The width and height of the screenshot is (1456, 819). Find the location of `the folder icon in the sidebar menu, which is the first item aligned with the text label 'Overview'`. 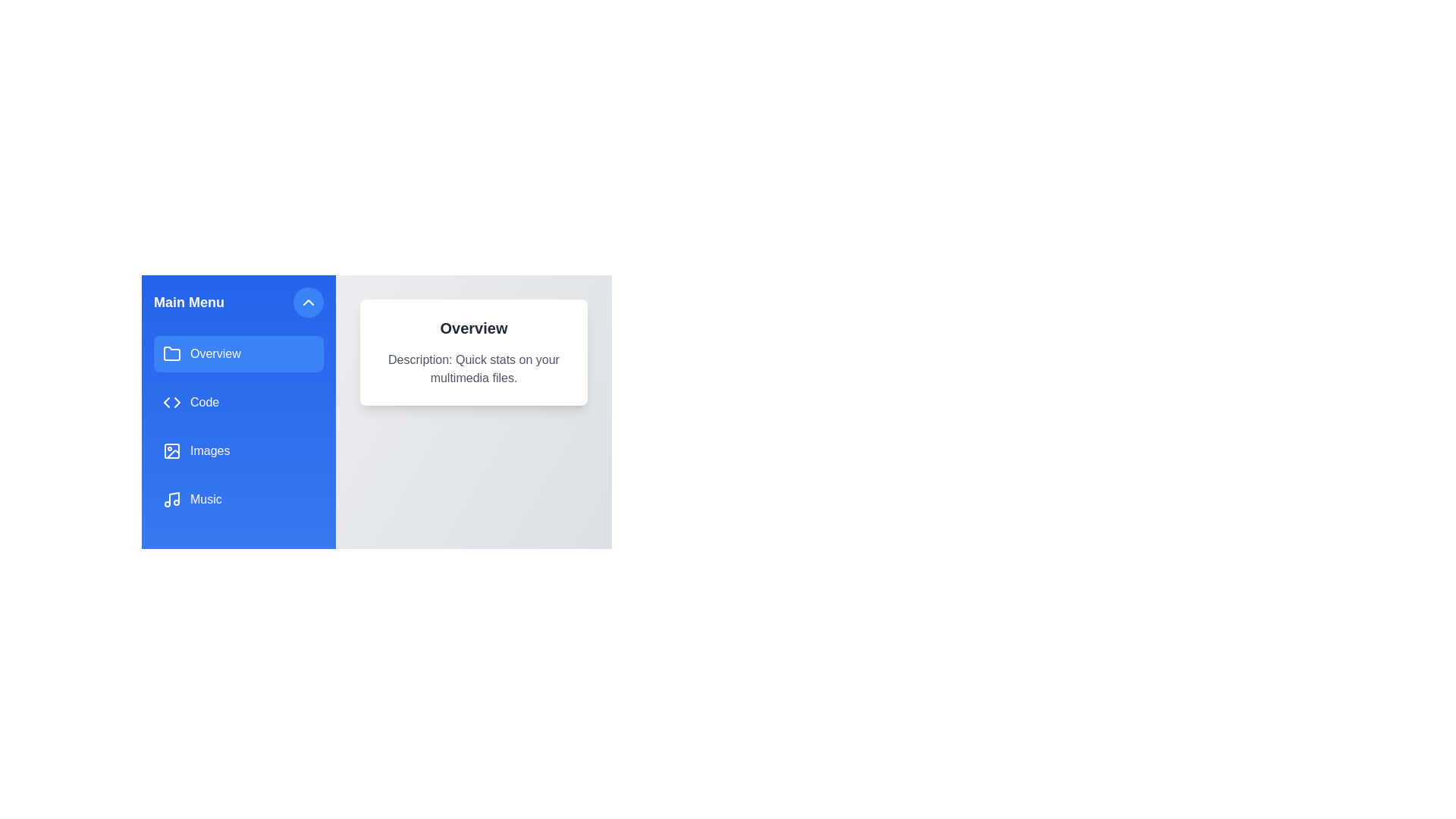

the folder icon in the sidebar menu, which is the first item aligned with the text label 'Overview' is located at coordinates (171, 353).